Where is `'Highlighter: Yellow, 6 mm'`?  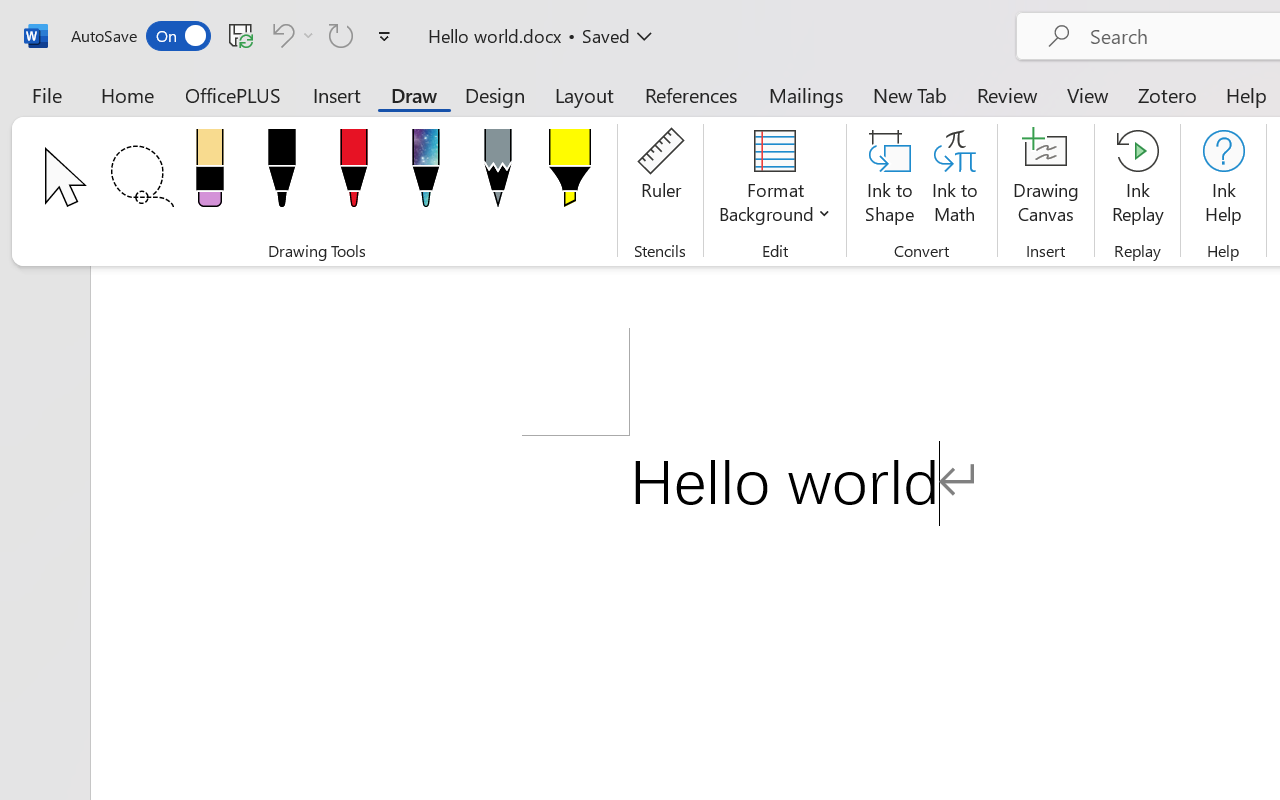 'Highlighter: Yellow, 6 mm' is located at coordinates (568, 173).